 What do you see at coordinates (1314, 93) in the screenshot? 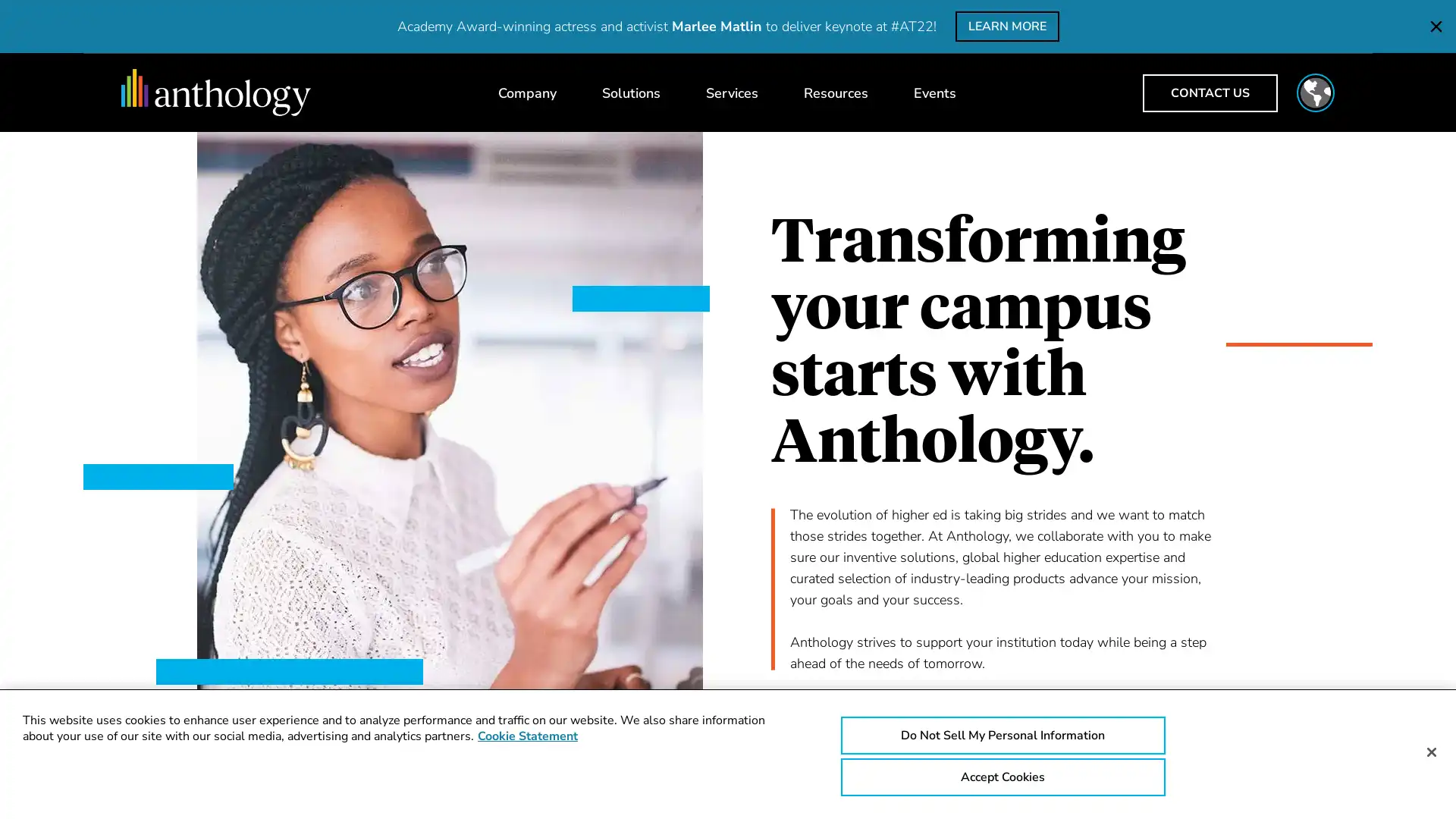
I see `Toggle region selector` at bounding box center [1314, 93].